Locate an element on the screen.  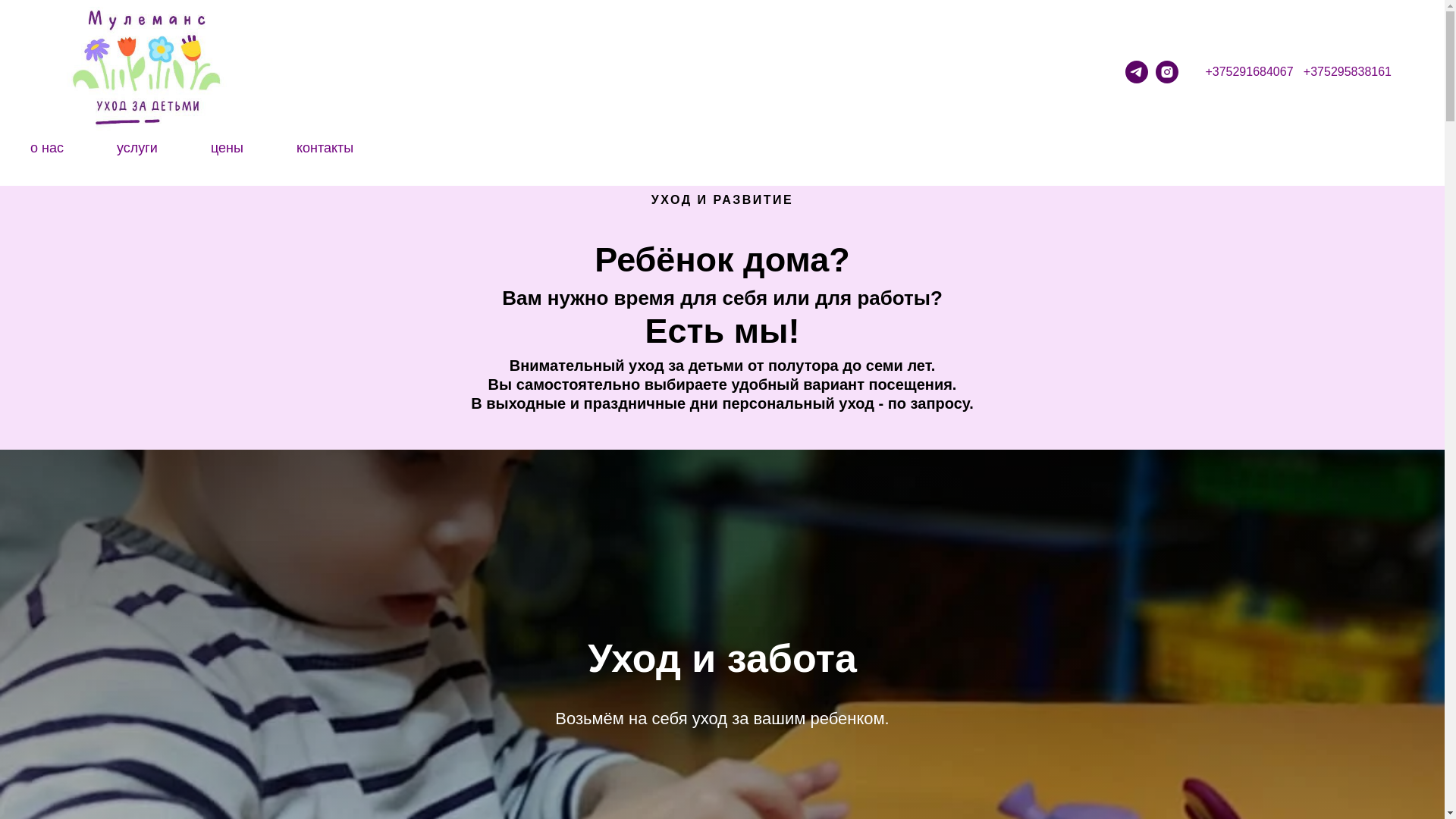
'https://t.me/DetskoeOblako' is located at coordinates (1136, 72).